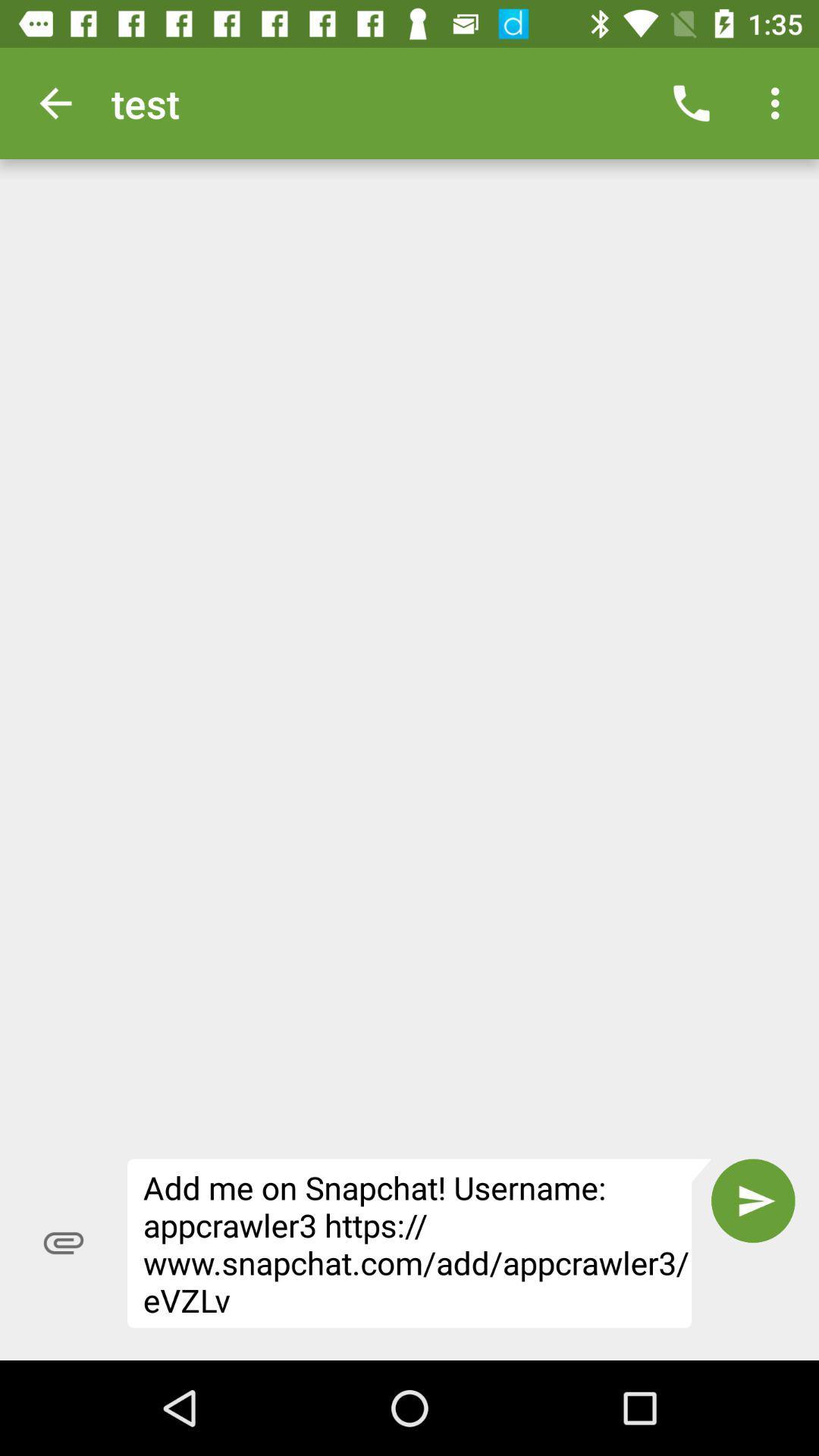  Describe the element at coordinates (691, 102) in the screenshot. I see `icon next to test item` at that location.